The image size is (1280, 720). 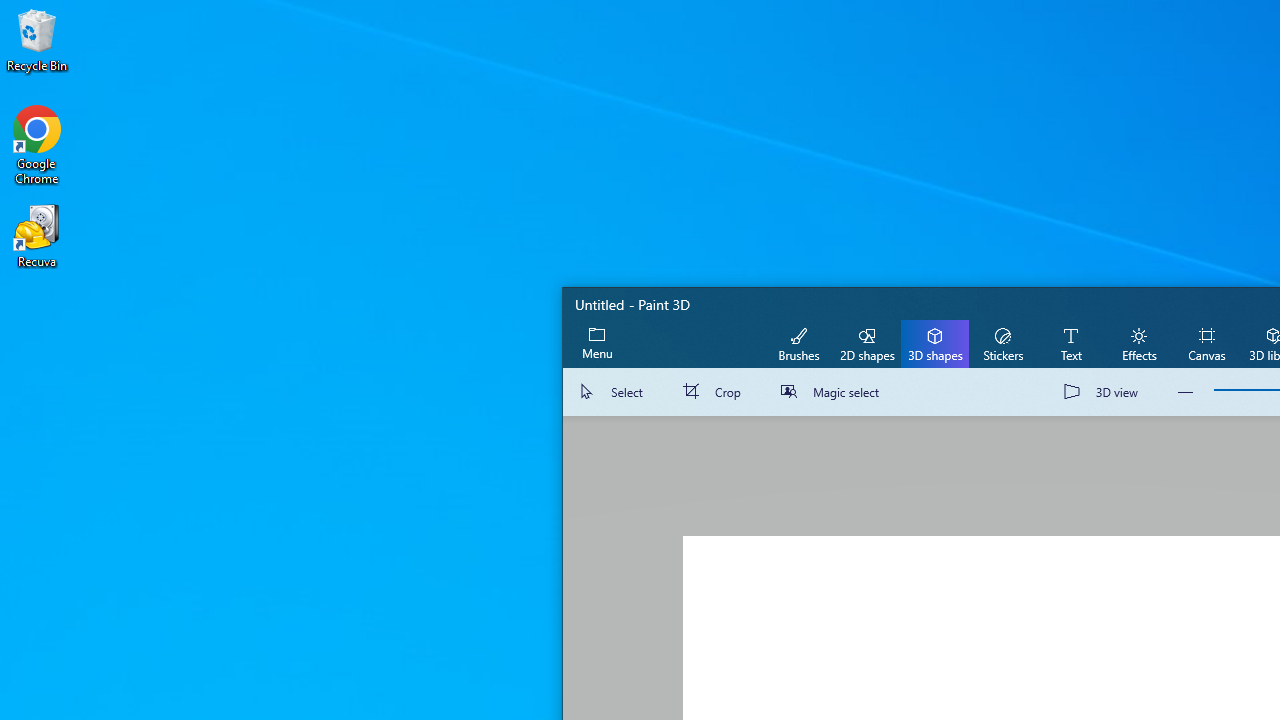 I want to click on 'Text', so click(x=1069, y=342).